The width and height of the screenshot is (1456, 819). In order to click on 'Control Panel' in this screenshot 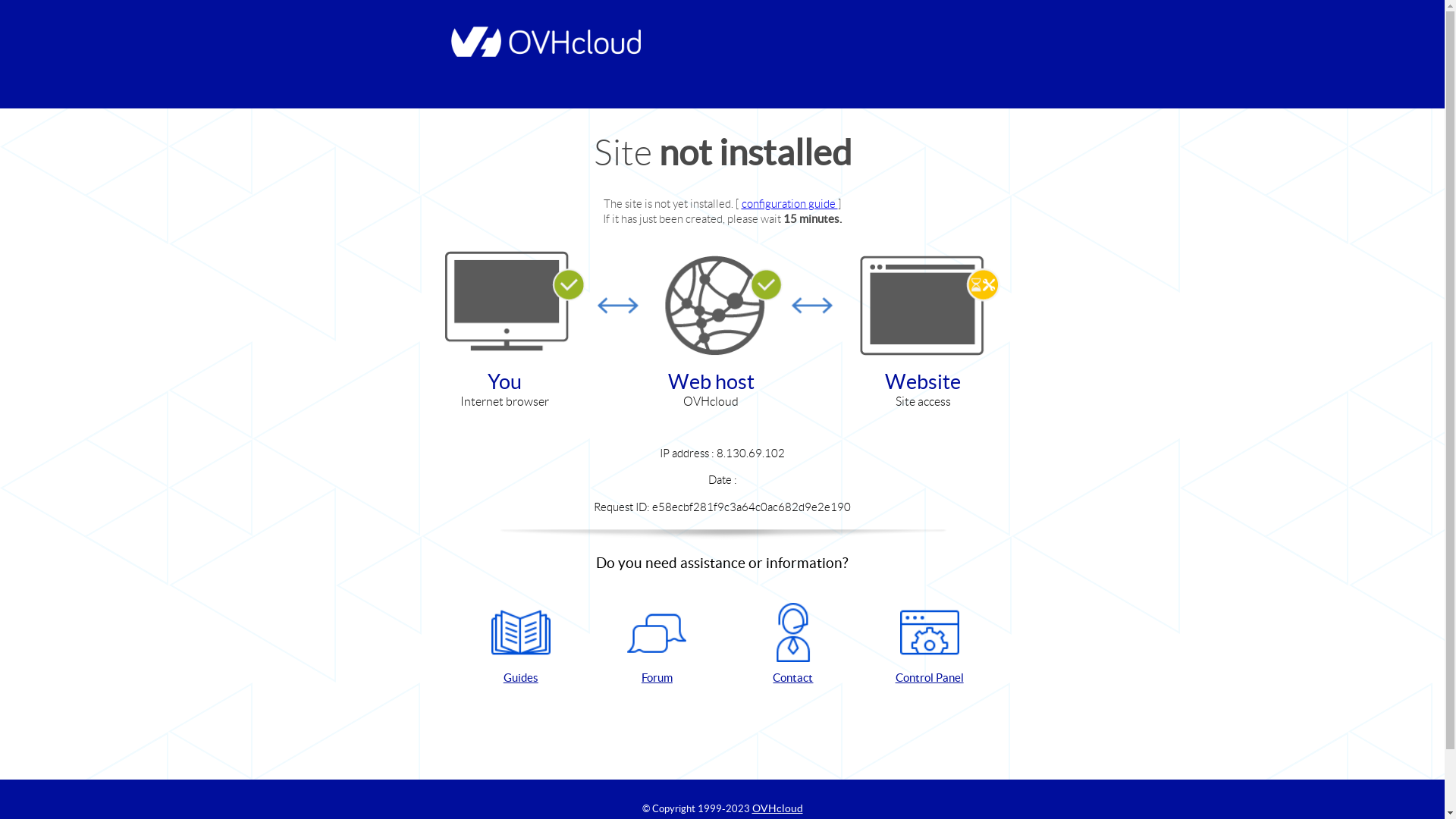, I will do `click(928, 644)`.